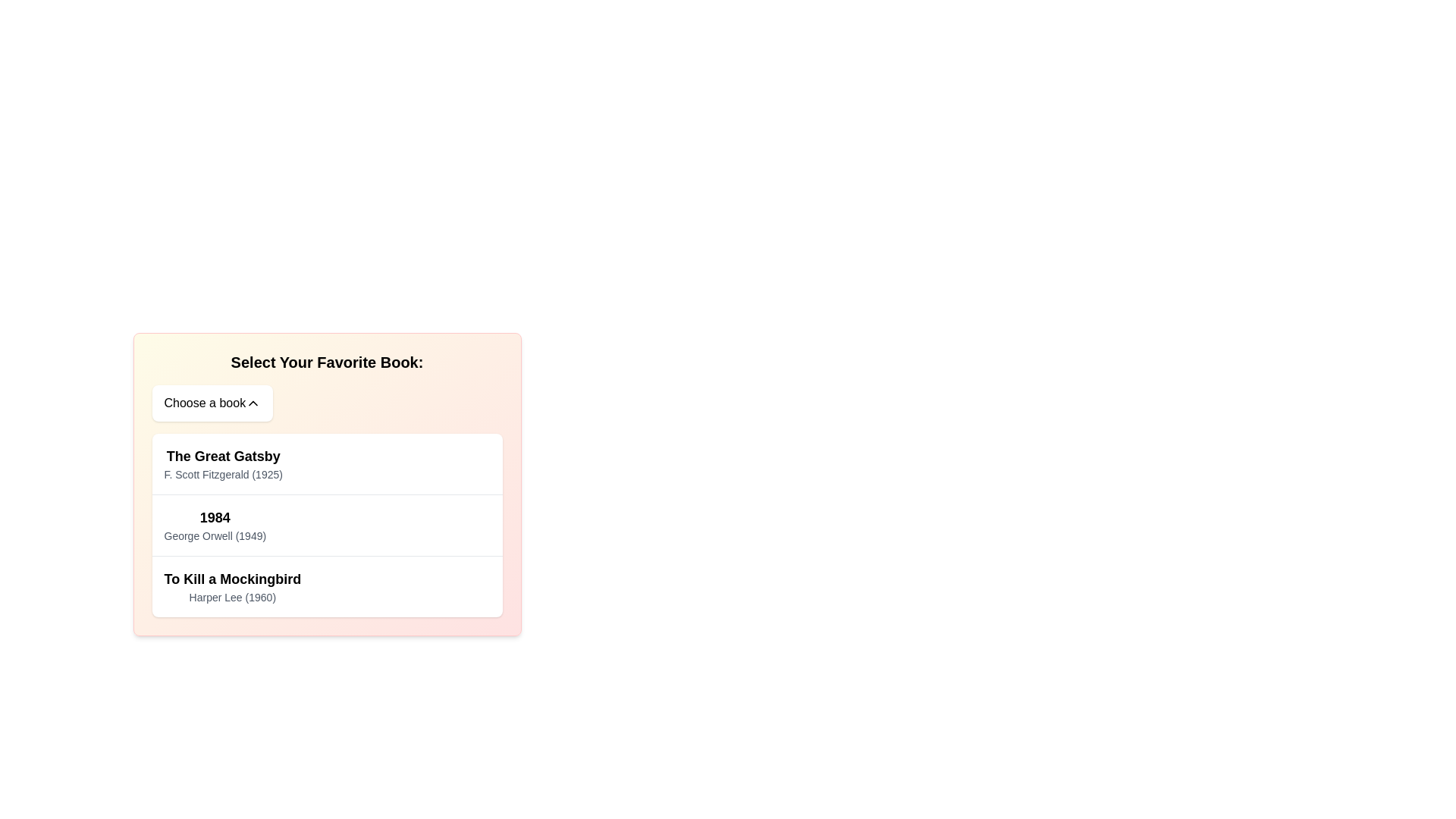  Describe the element at coordinates (326, 524) in the screenshot. I see `the book selection item for '1984' by George Orwell, the second item in the list` at that location.